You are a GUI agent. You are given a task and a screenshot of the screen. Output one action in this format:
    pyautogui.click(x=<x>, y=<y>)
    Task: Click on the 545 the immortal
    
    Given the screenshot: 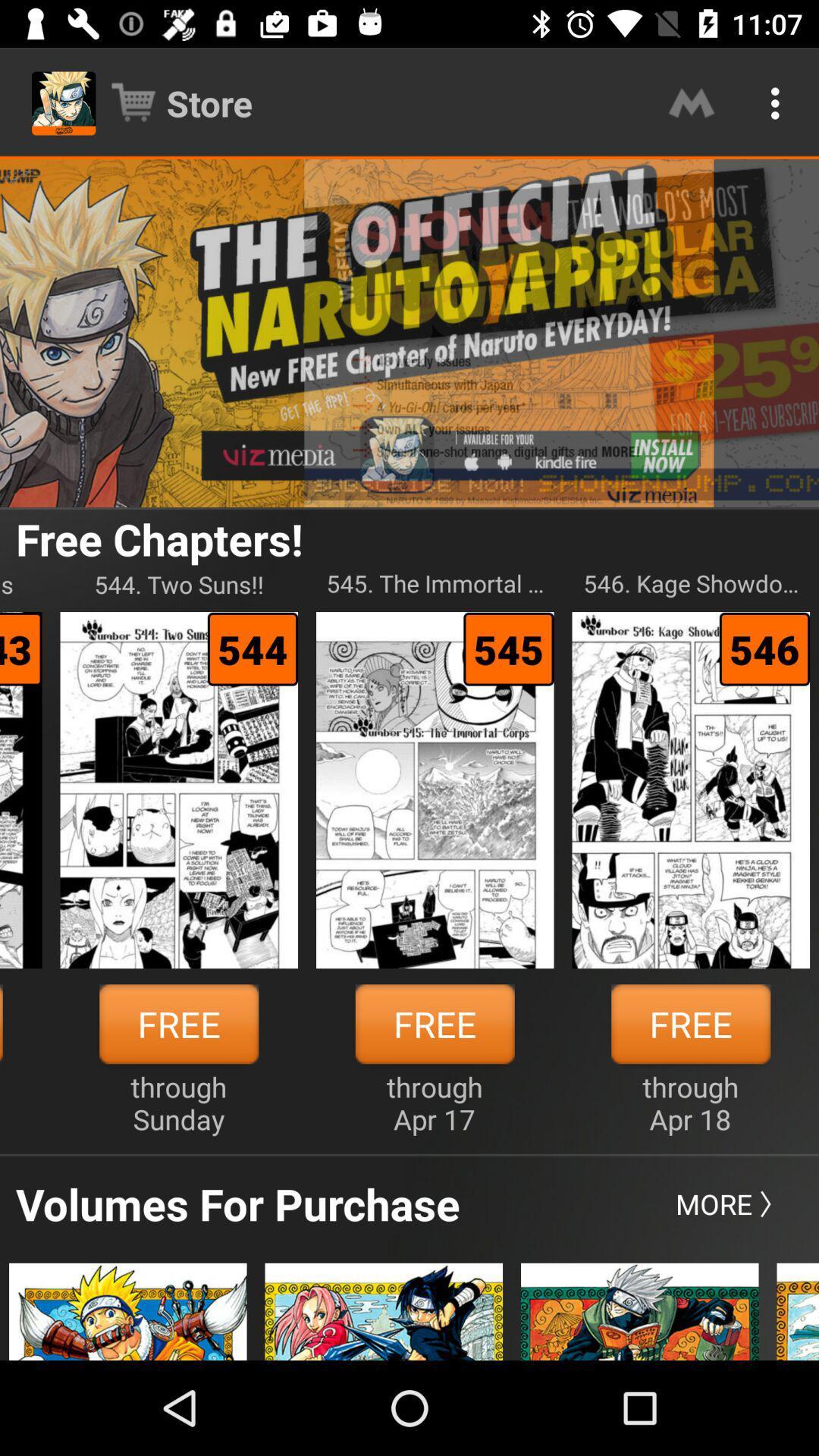 What is the action you would take?
    pyautogui.click(x=435, y=583)
    